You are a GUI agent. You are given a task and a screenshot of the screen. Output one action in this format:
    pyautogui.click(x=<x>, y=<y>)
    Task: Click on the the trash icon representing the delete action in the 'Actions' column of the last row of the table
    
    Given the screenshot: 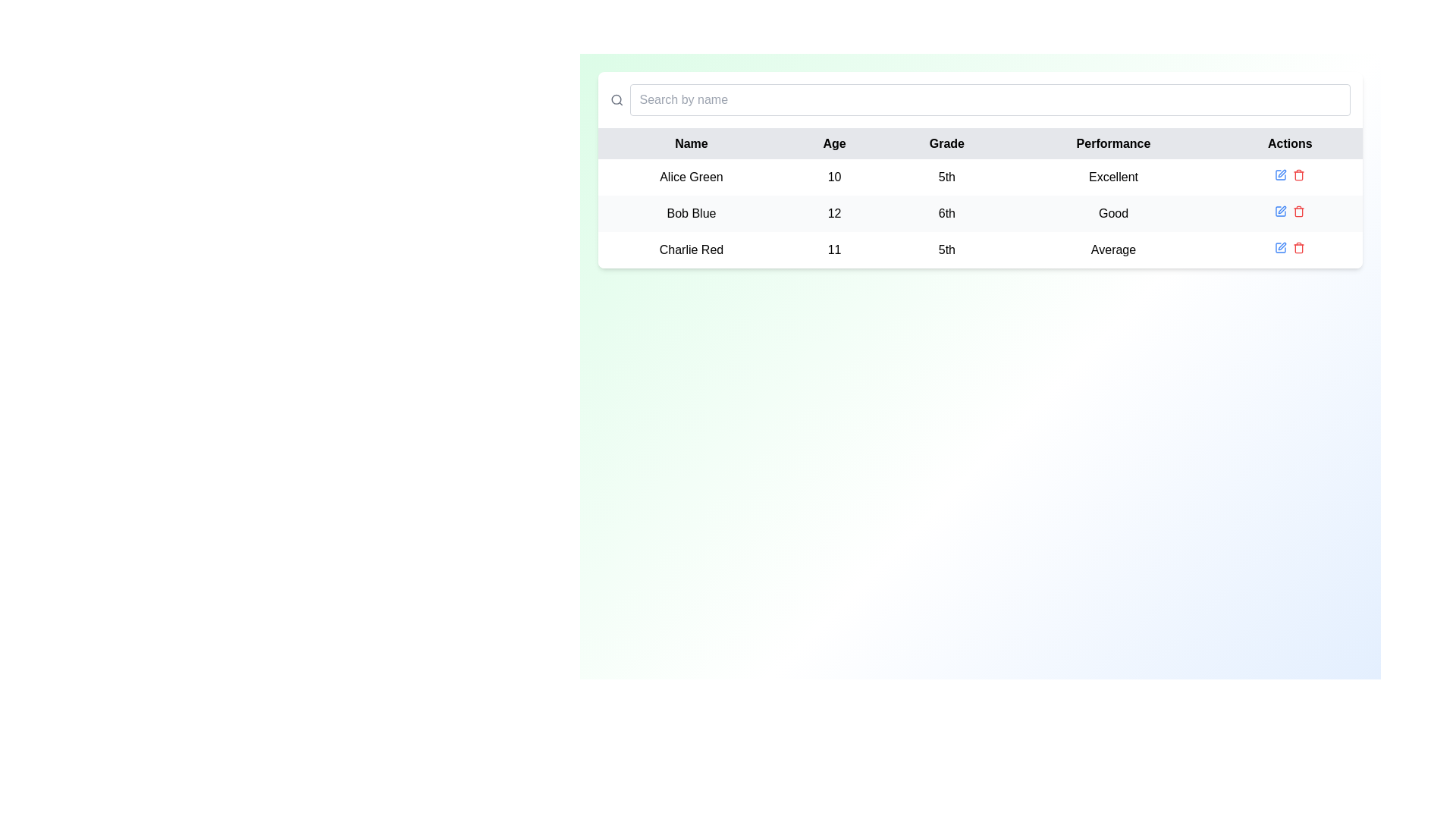 What is the action you would take?
    pyautogui.click(x=1298, y=248)
    